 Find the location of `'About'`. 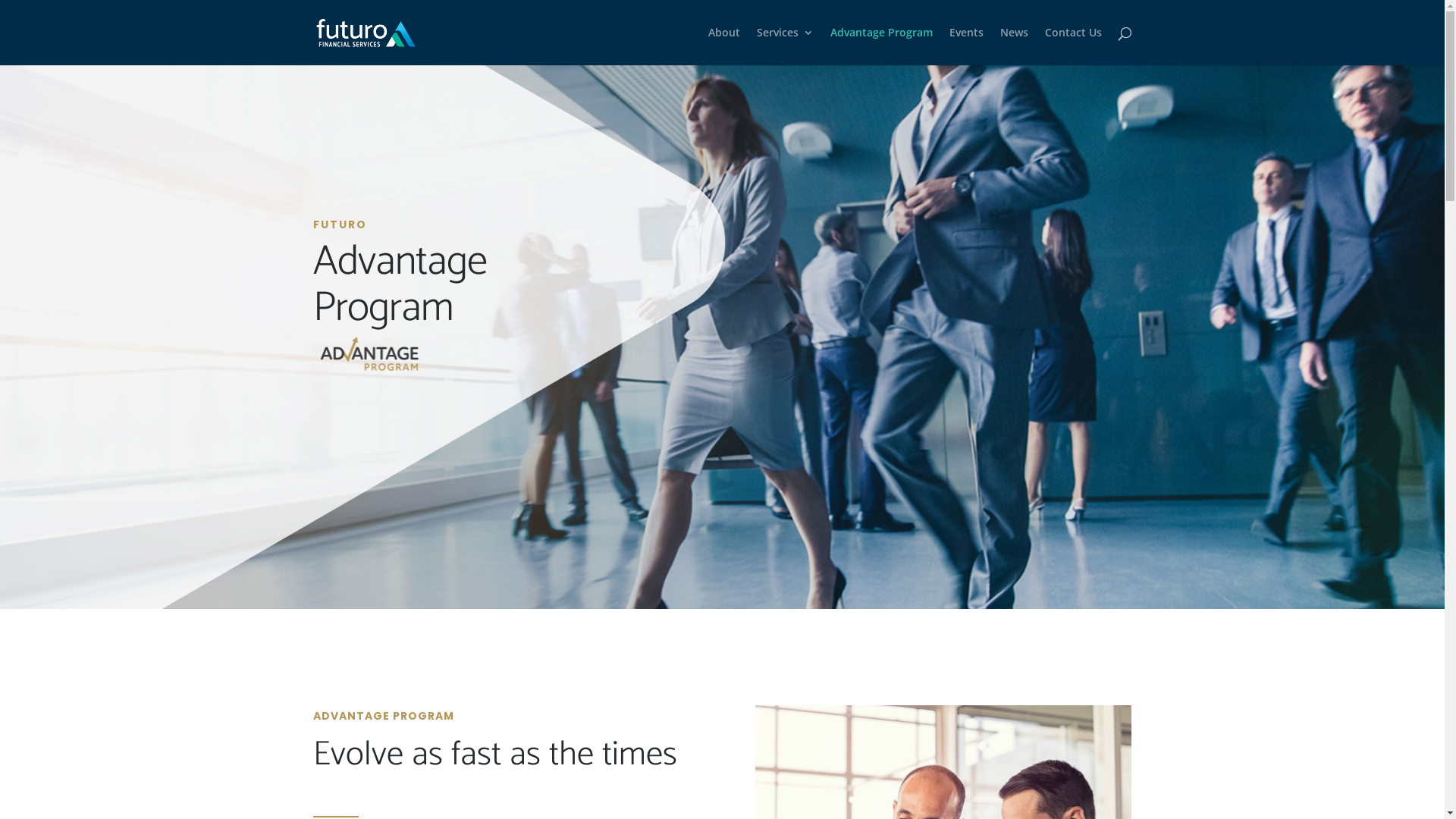

'About' is located at coordinates (723, 45).